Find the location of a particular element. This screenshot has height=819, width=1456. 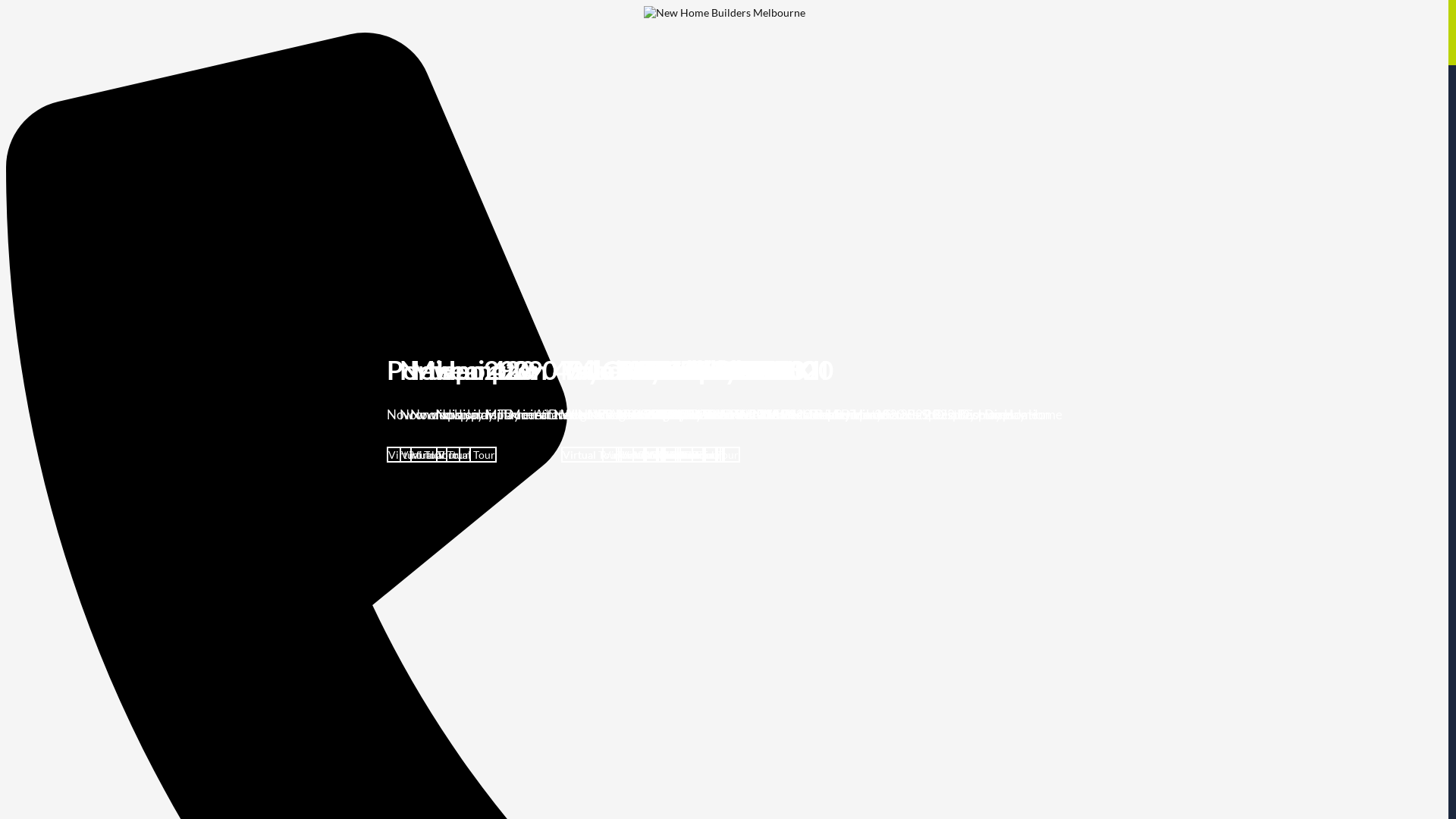

'Virtual Tour' is located at coordinates (692, 453).